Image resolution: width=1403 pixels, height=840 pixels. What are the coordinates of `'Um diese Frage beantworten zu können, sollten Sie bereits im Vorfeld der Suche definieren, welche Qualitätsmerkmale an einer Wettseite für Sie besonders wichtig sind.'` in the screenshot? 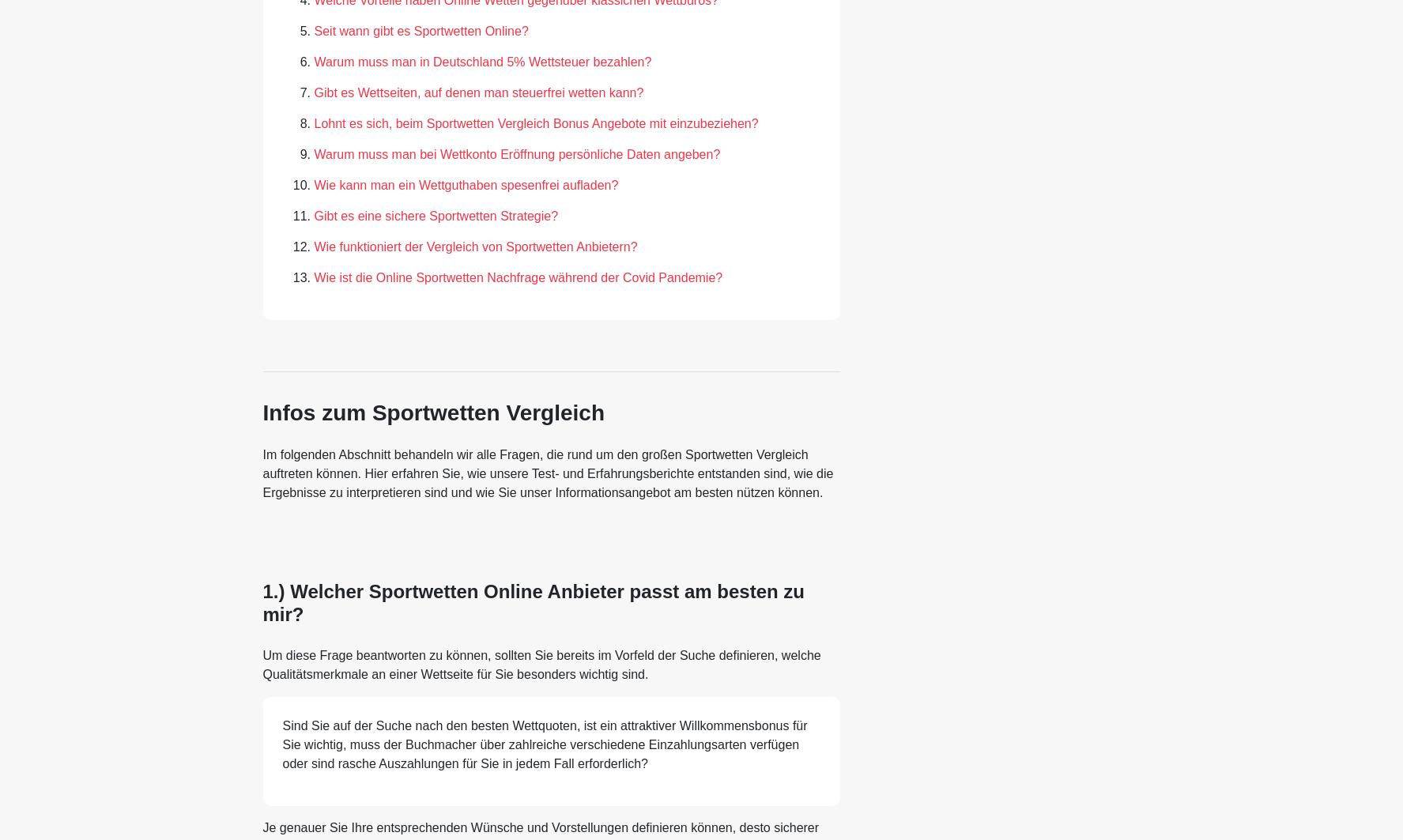 It's located at (540, 663).